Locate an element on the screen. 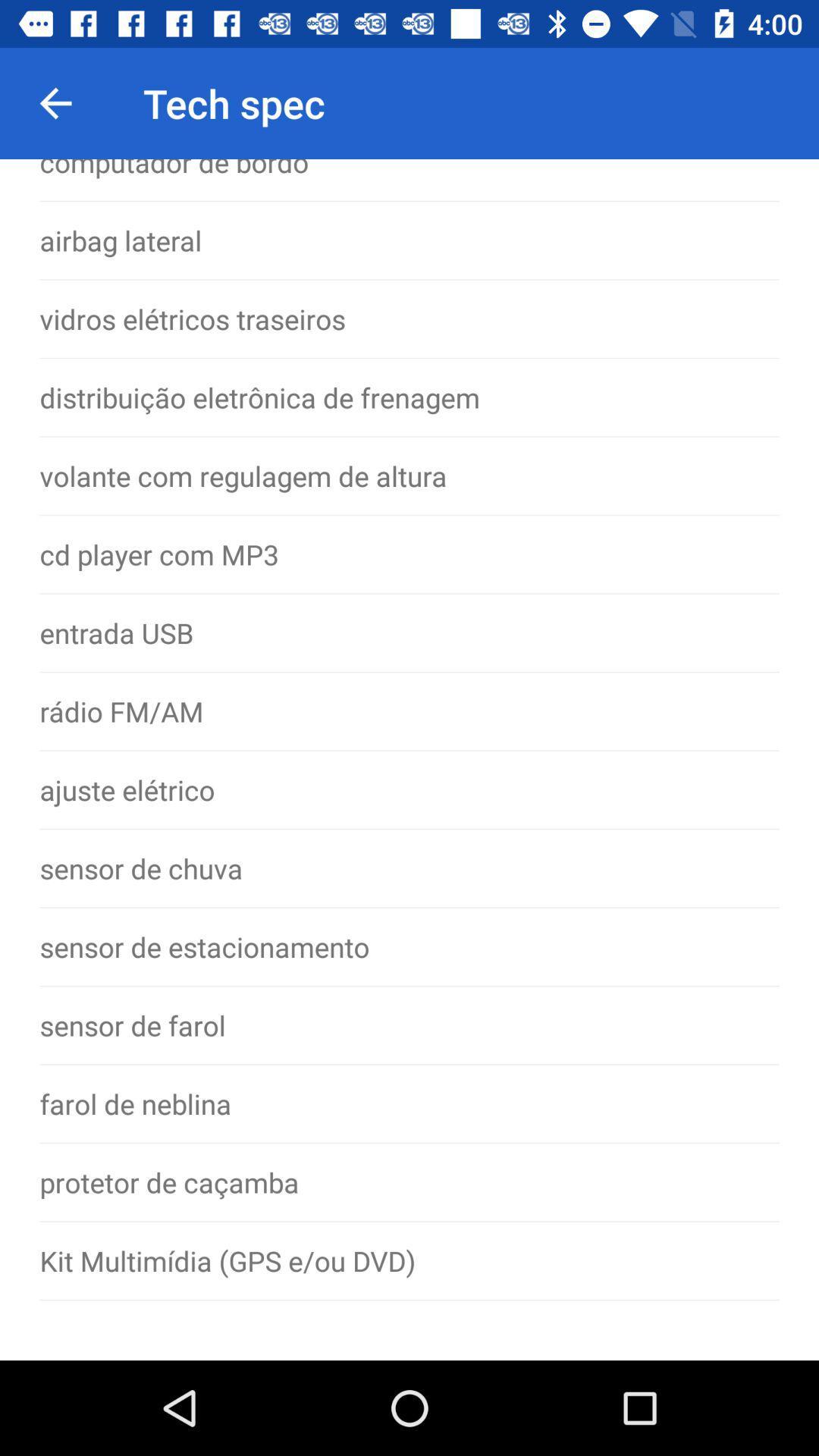 This screenshot has height=1456, width=819. the icon next to tech spec icon is located at coordinates (55, 102).